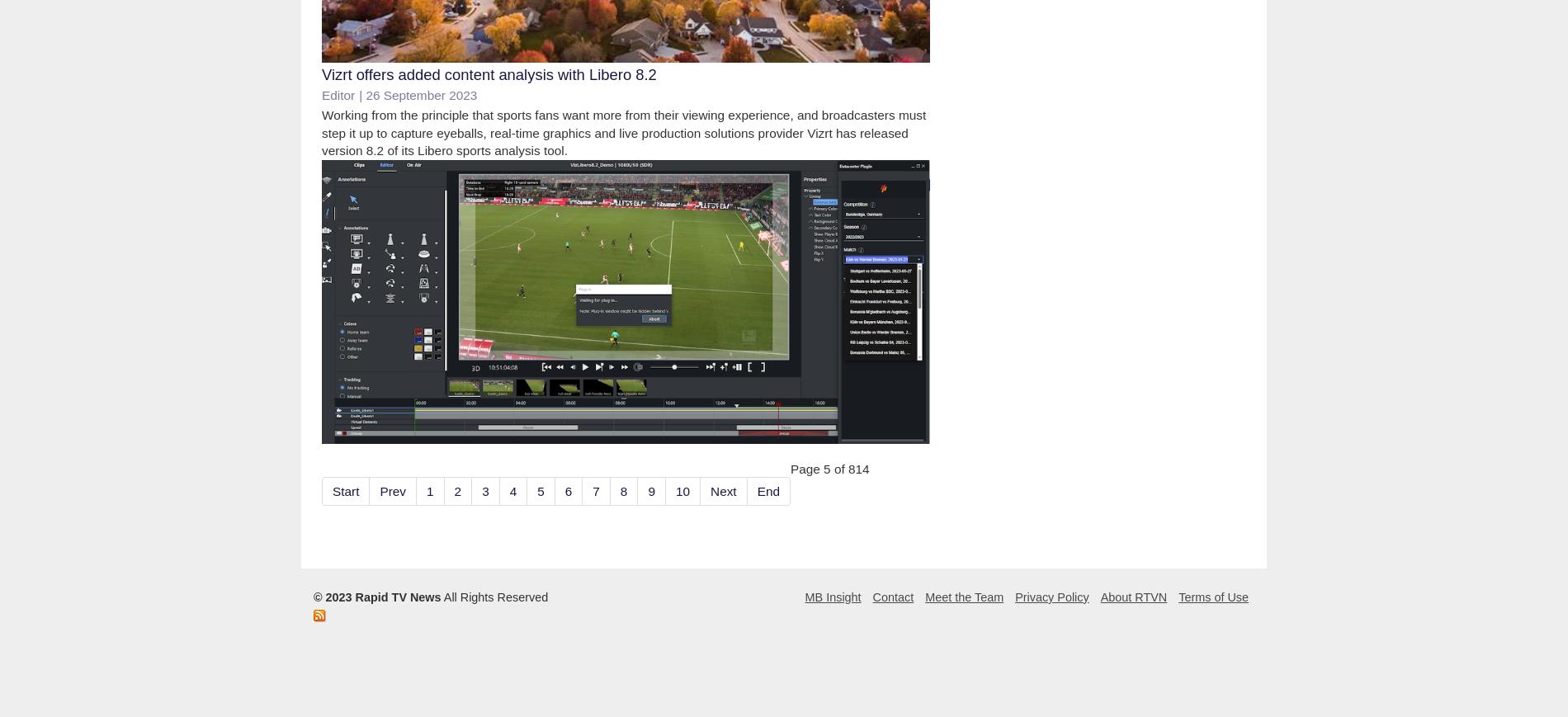  Describe the element at coordinates (1132, 597) in the screenshot. I see `'About RTVN'` at that location.